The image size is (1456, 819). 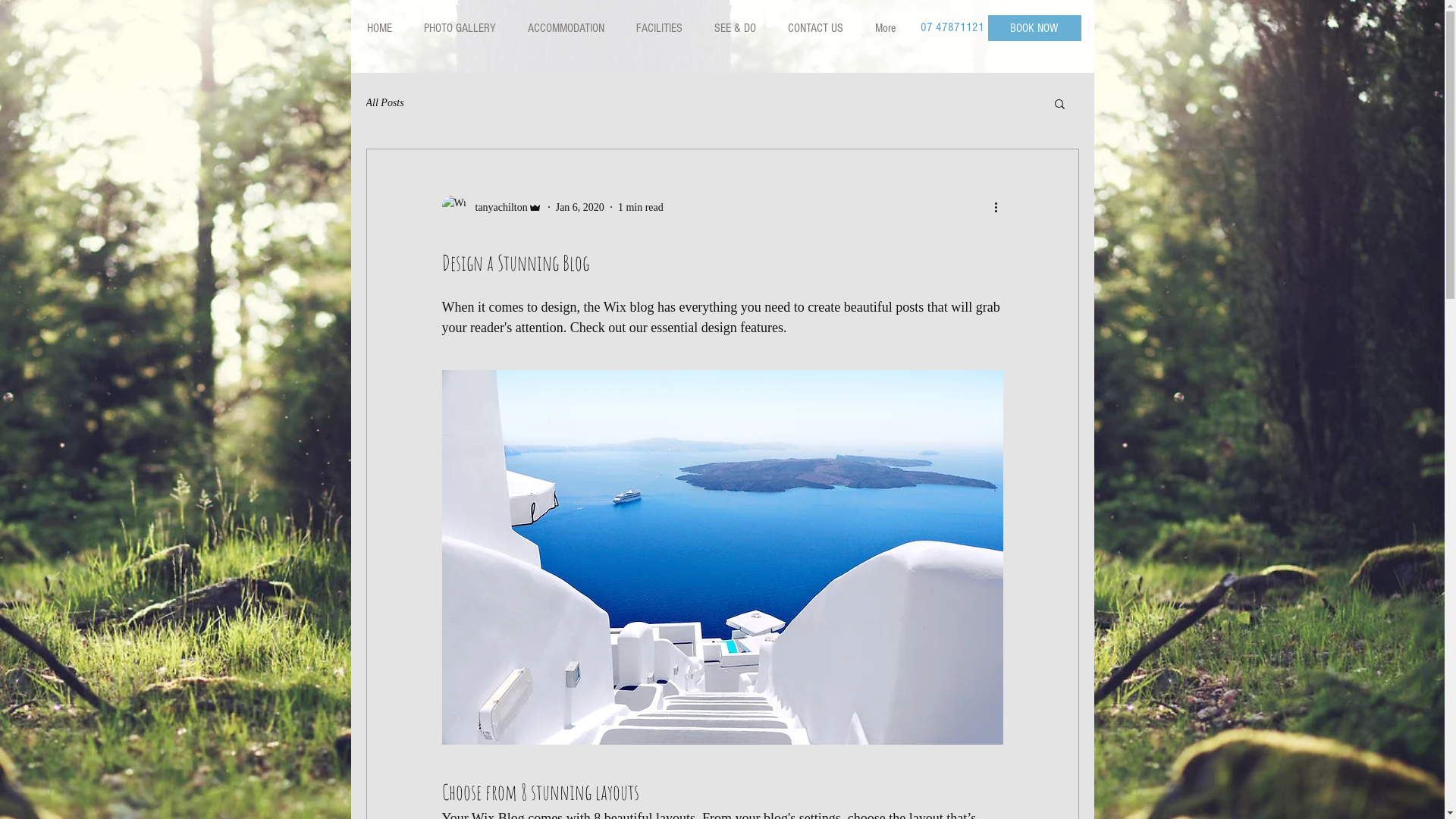 What do you see at coordinates (378, 28) in the screenshot?
I see `'HOME'` at bounding box center [378, 28].